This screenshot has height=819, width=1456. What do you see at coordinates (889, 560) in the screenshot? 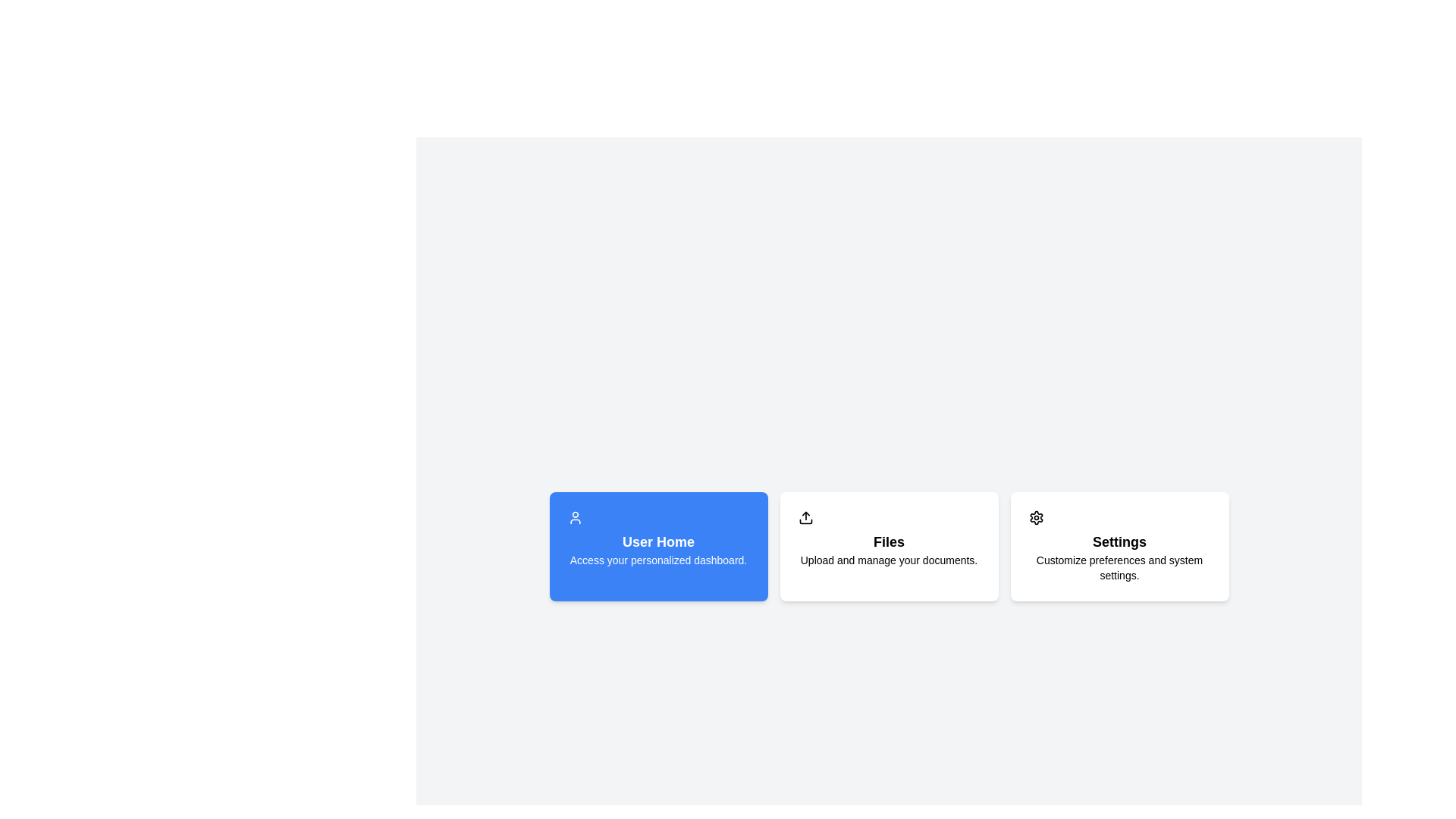
I see `the text label containing the phrase 'Upload and manage your documents.' which is positioned beneath the title 'Files.'` at bounding box center [889, 560].